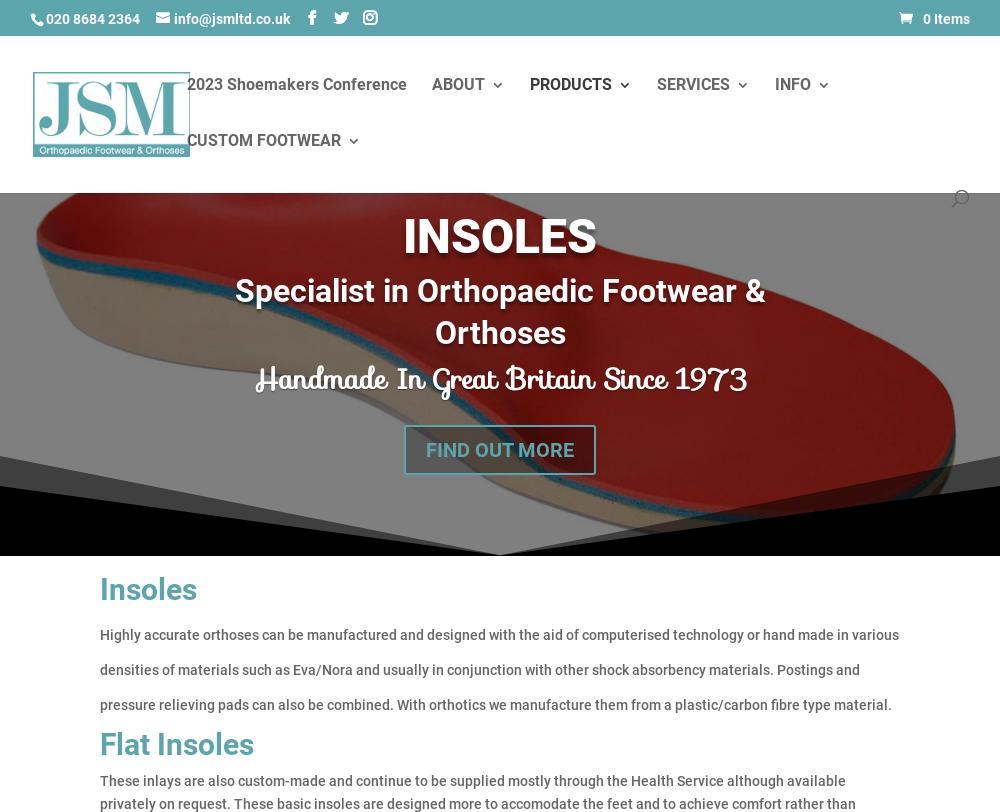 The height and width of the screenshot is (812, 1000). Describe the element at coordinates (692, 84) in the screenshot. I see `'SERVICES'` at that location.